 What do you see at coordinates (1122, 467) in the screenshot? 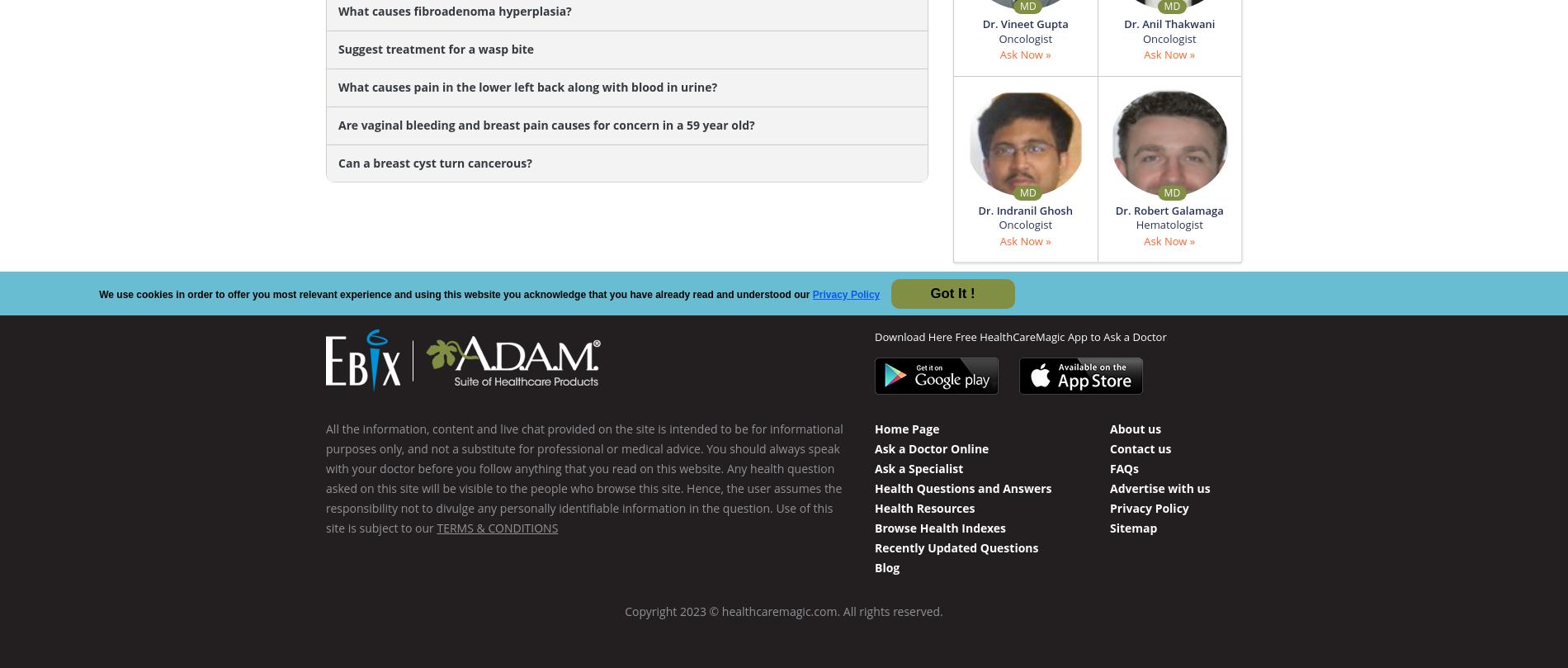
I see `'FAQs'` at bounding box center [1122, 467].